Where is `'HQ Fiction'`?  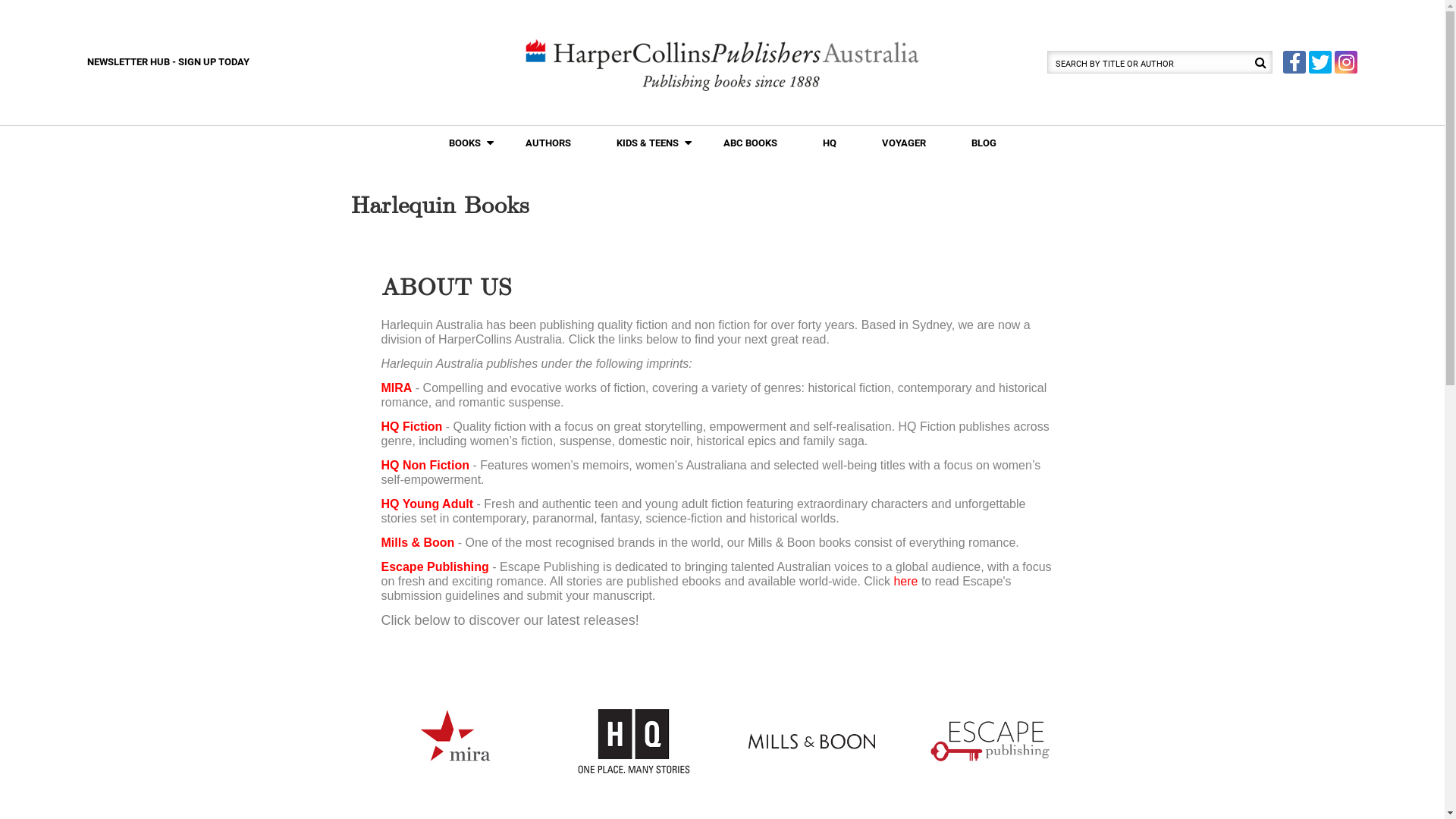 'HQ Fiction' is located at coordinates (411, 426).